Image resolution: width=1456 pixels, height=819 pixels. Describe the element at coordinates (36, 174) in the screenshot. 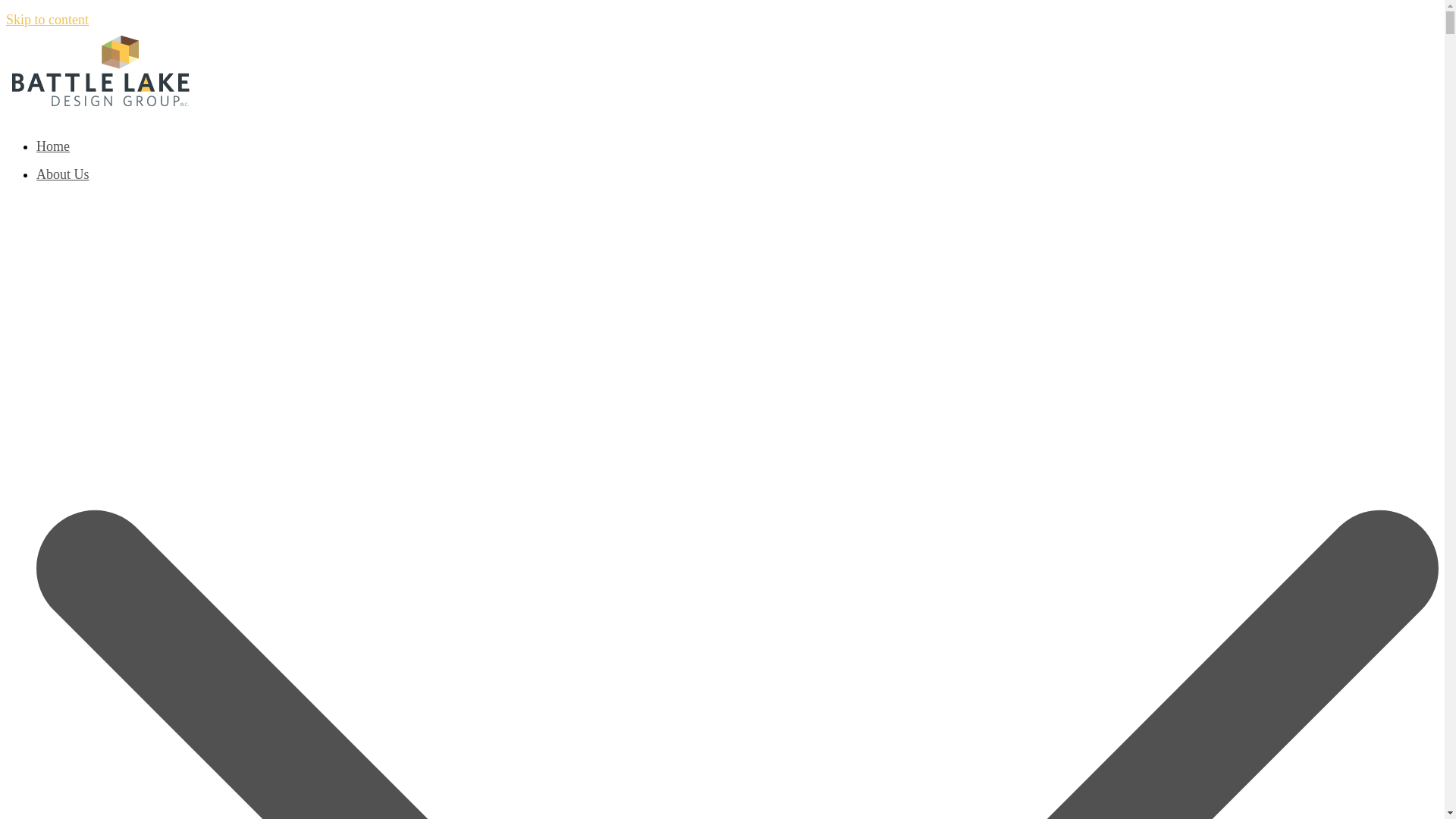

I see `'About Us'` at that location.